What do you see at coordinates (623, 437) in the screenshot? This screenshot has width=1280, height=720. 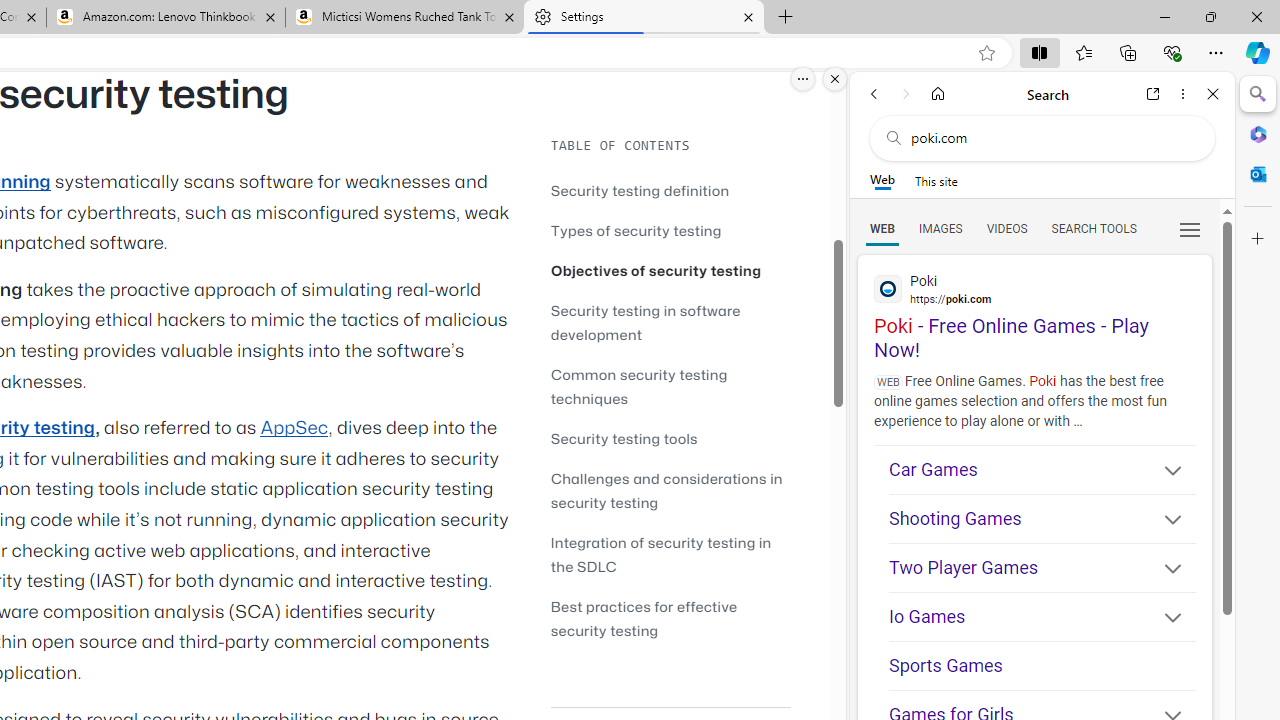 I see `'Security testing tools'` at bounding box center [623, 437].